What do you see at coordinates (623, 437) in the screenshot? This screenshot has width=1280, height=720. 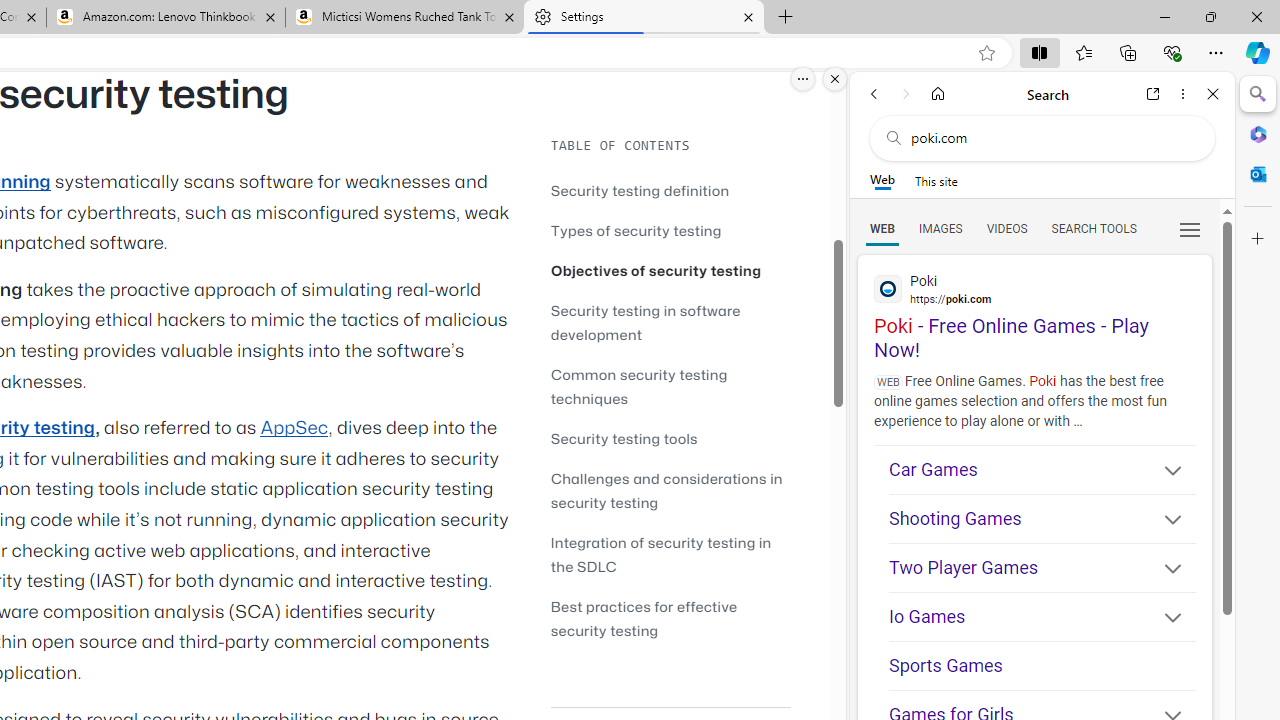 I see `'Security testing tools'` at bounding box center [623, 437].